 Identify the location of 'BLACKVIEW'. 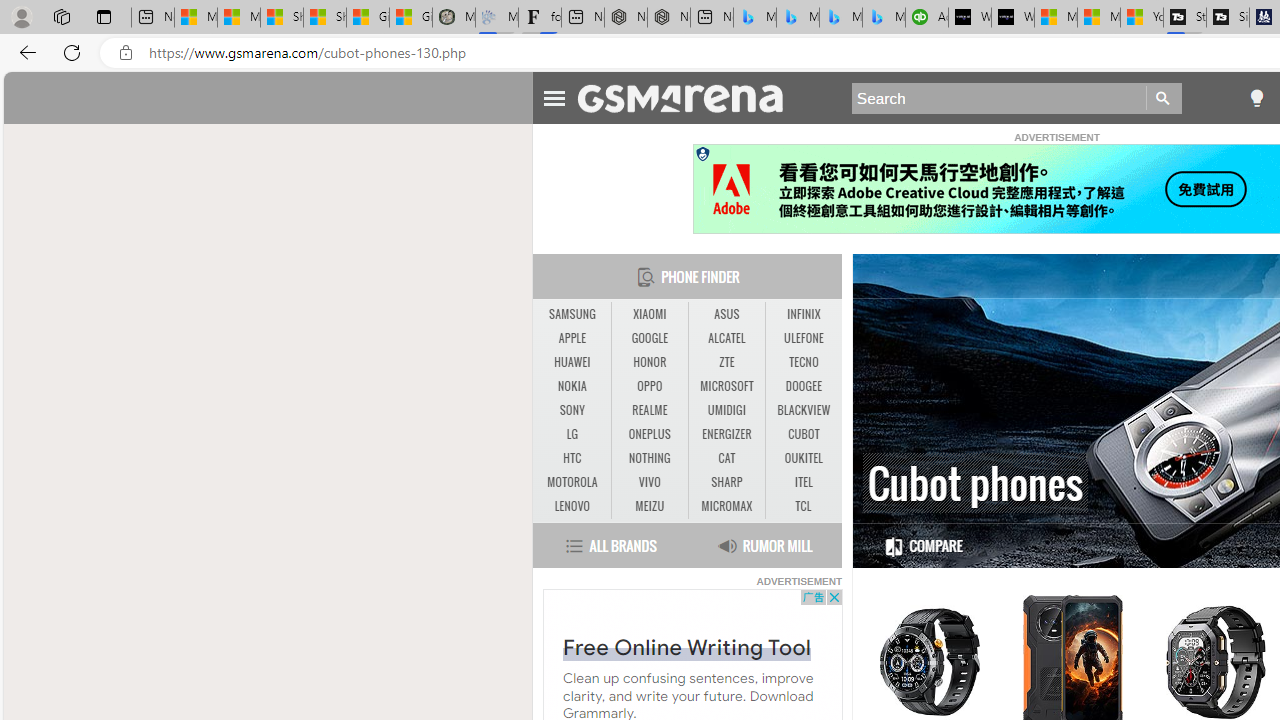
(803, 410).